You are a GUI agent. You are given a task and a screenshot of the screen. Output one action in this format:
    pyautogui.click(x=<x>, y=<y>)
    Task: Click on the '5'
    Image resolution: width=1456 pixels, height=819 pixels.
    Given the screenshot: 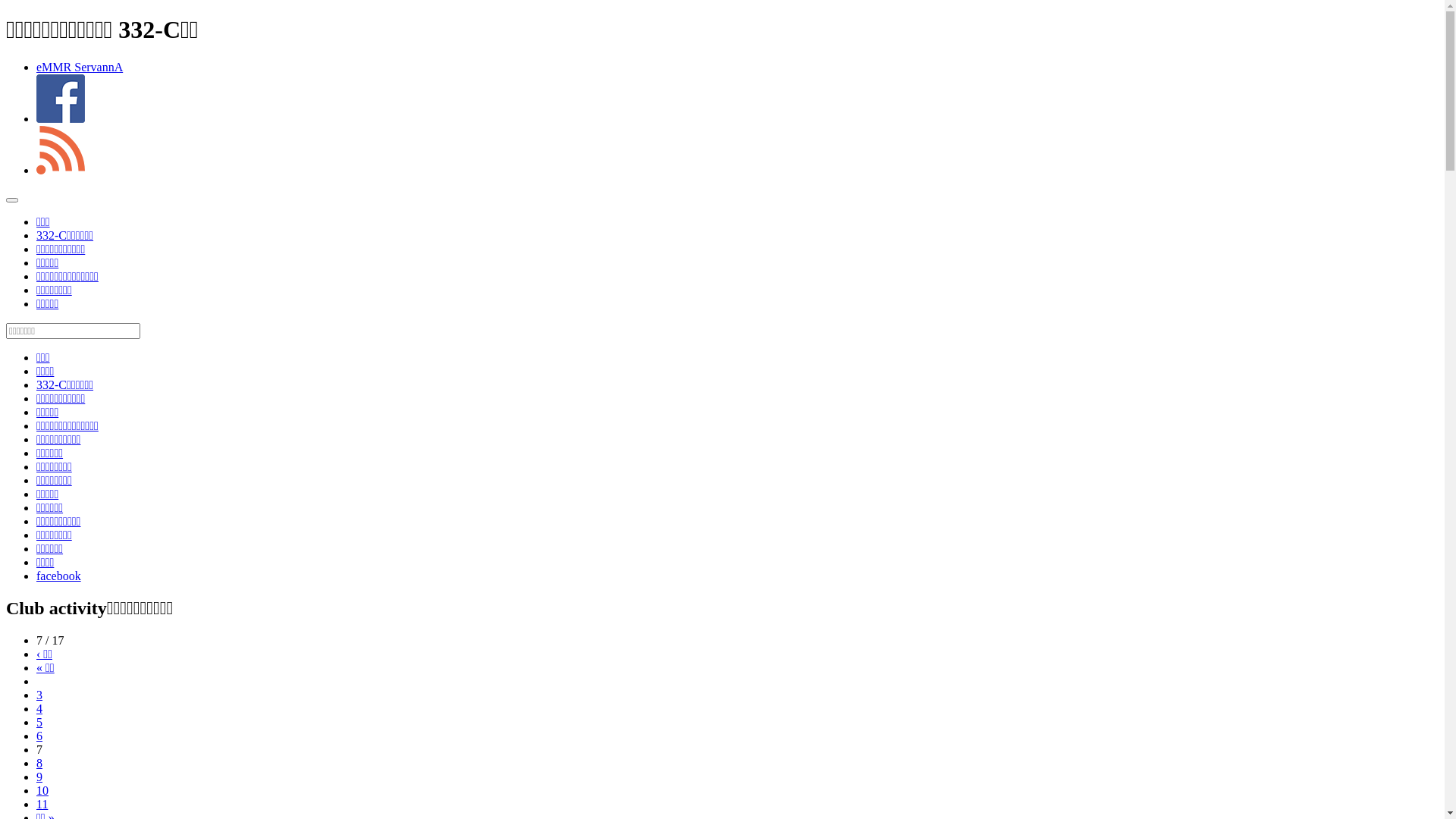 What is the action you would take?
    pyautogui.click(x=39, y=721)
    